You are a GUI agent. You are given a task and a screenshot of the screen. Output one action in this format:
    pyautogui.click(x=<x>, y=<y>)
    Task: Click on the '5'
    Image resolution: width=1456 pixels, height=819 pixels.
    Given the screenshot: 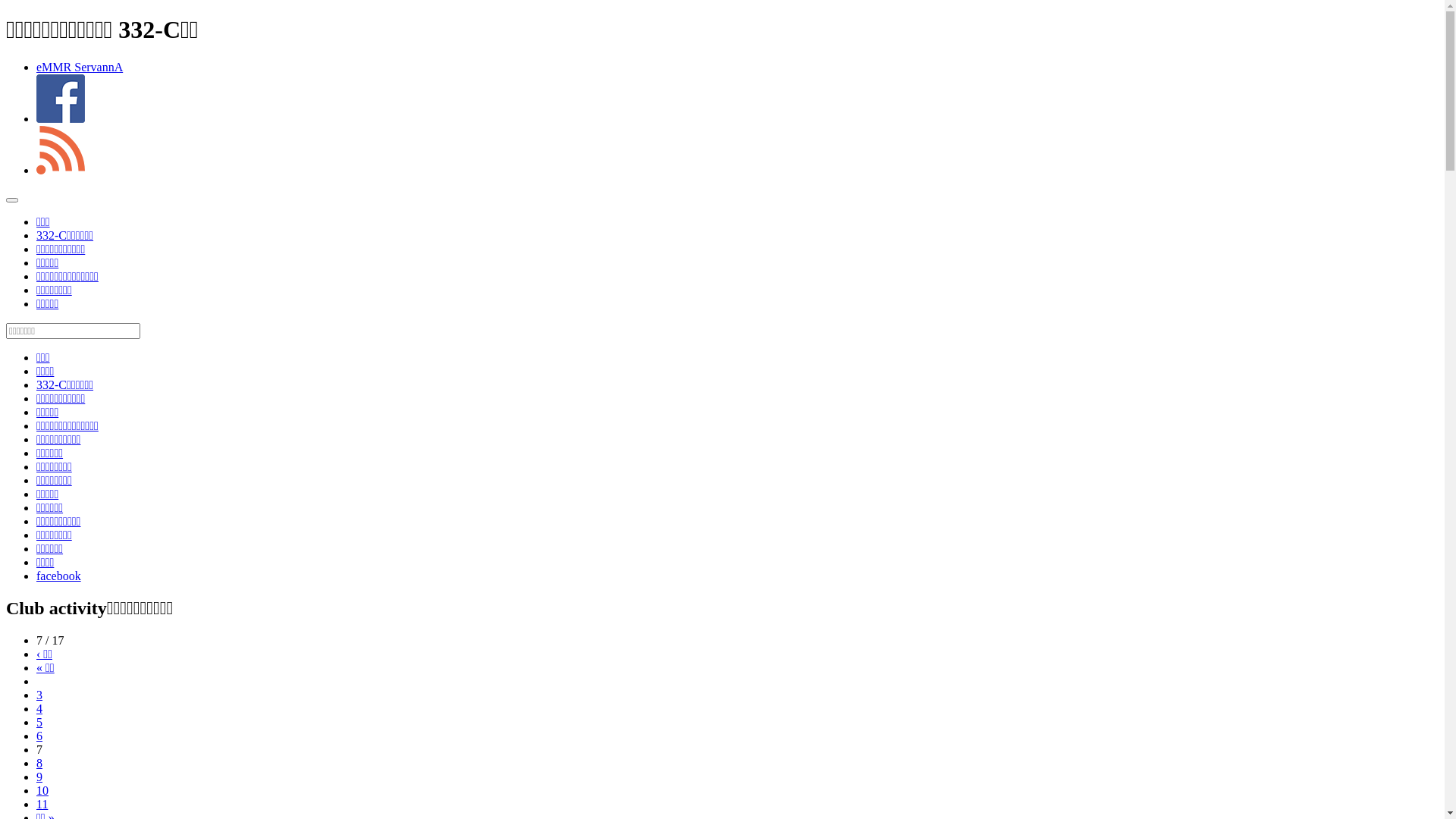 What is the action you would take?
    pyautogui.click(x=39, y=721)
    